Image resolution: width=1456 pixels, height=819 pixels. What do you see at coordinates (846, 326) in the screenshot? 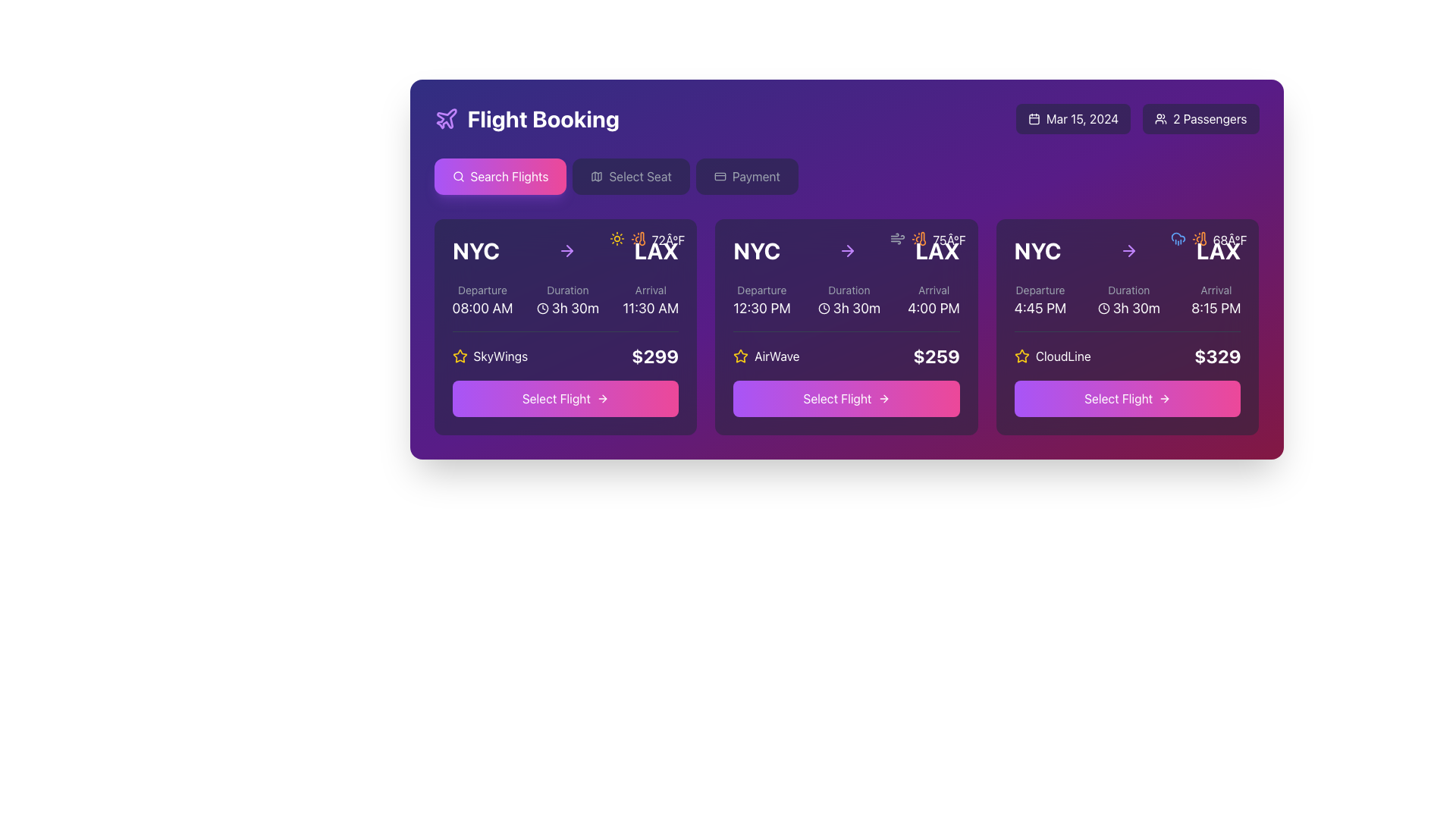
I see `the informational flight option card that provides details about the flight including route, timing, airline, and cost, located in the Flight Booking section as the second card in a row of three` at bounding box center [846, 326].